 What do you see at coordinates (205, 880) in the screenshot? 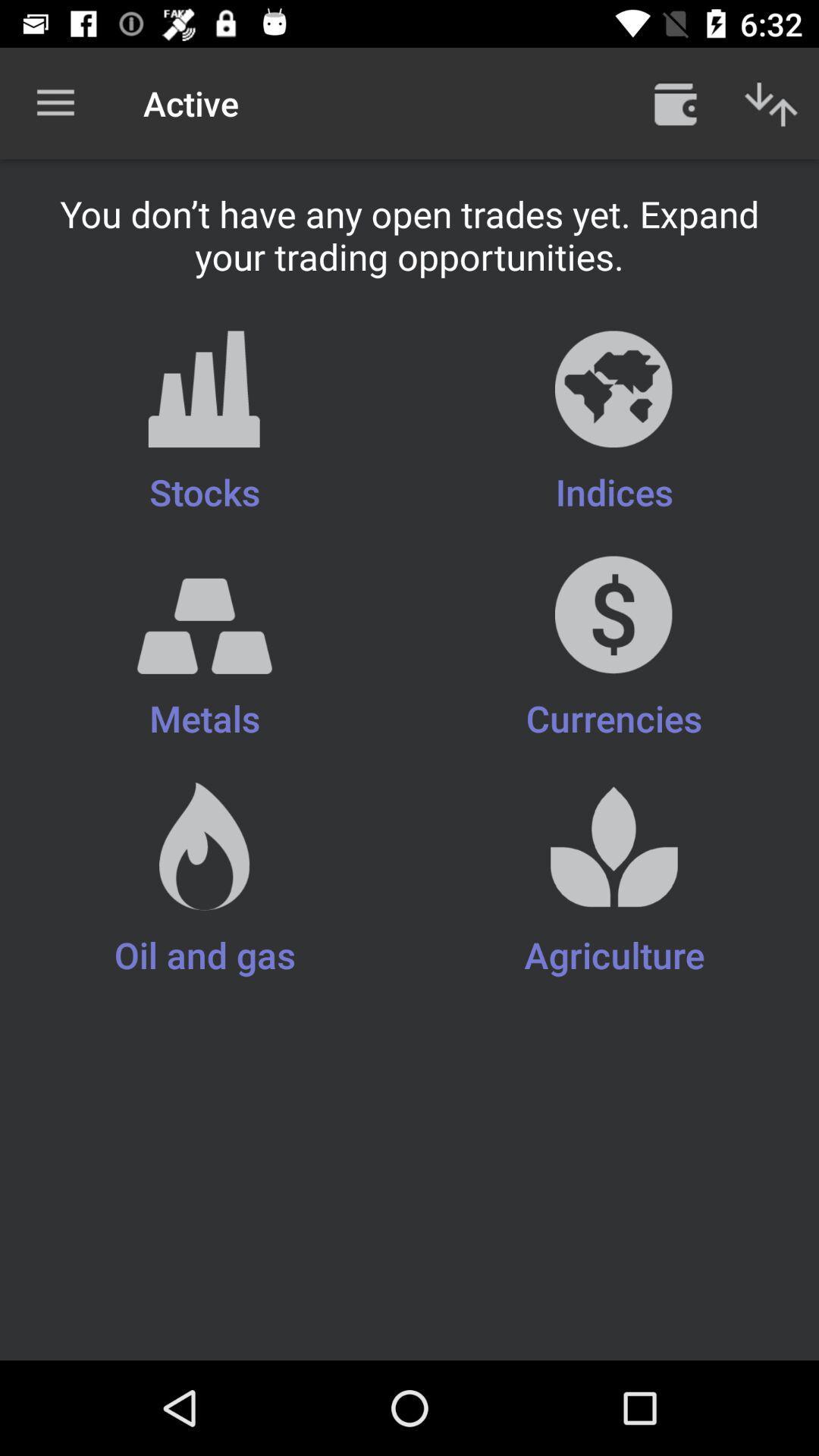
I see `the icon to the left of the currencies` at bounding box center [205, 880].